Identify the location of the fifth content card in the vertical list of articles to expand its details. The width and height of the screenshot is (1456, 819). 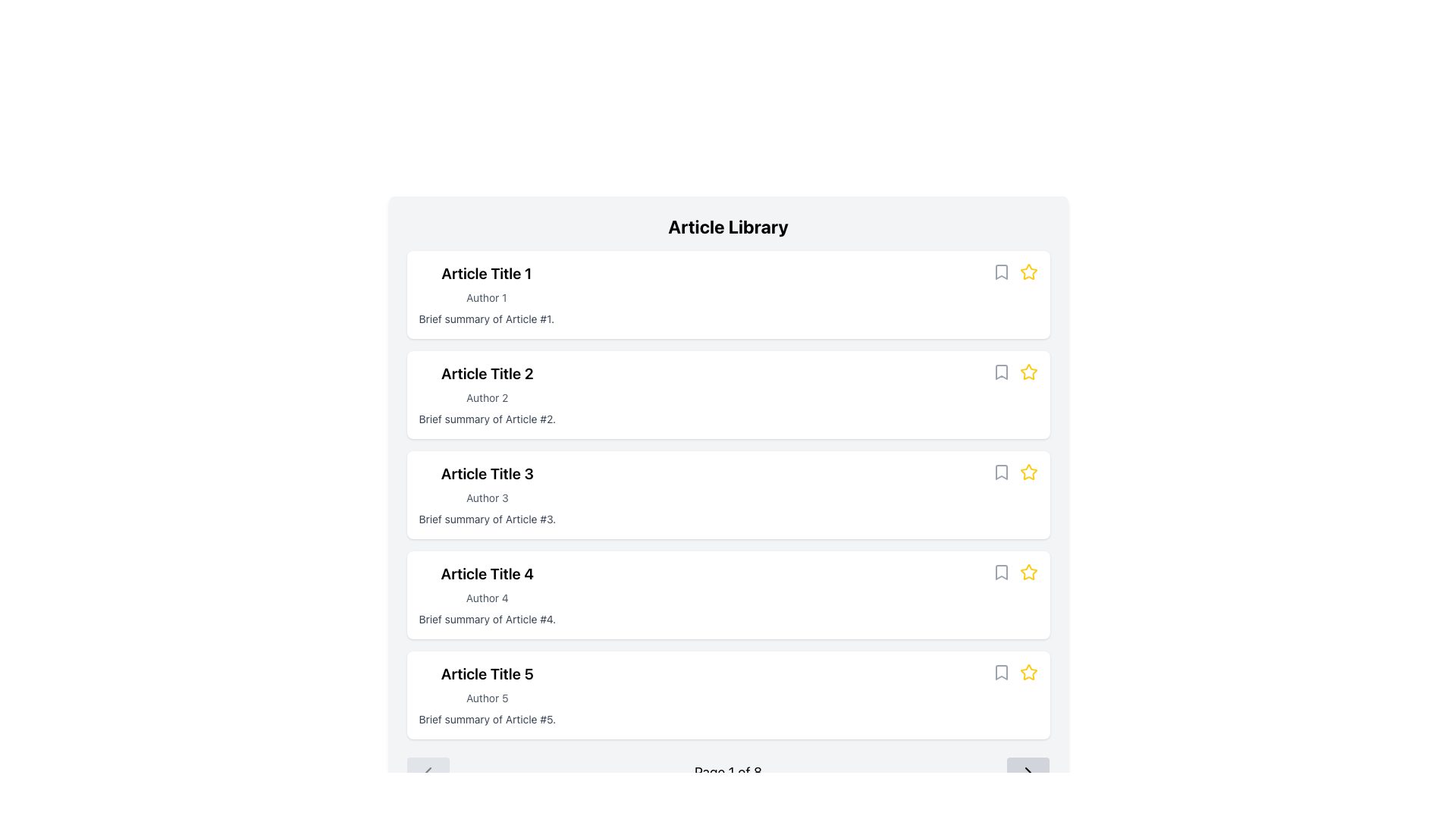
(487, 695).